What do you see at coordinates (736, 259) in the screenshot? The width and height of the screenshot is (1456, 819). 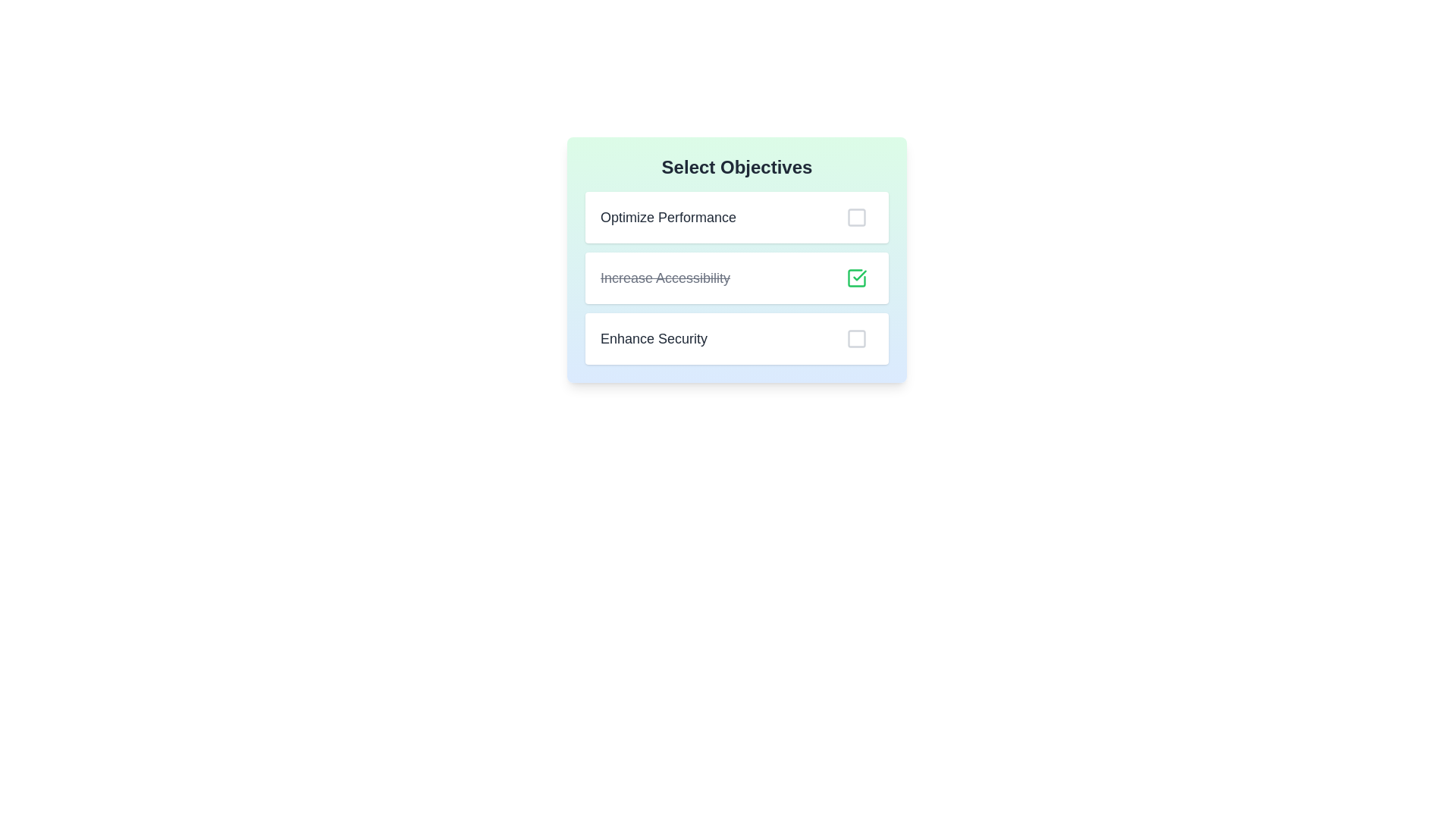 I see `the second option 'Increase Accessibility' in the interactive selection panel with checkboxes` at bounding box center [736, 259].